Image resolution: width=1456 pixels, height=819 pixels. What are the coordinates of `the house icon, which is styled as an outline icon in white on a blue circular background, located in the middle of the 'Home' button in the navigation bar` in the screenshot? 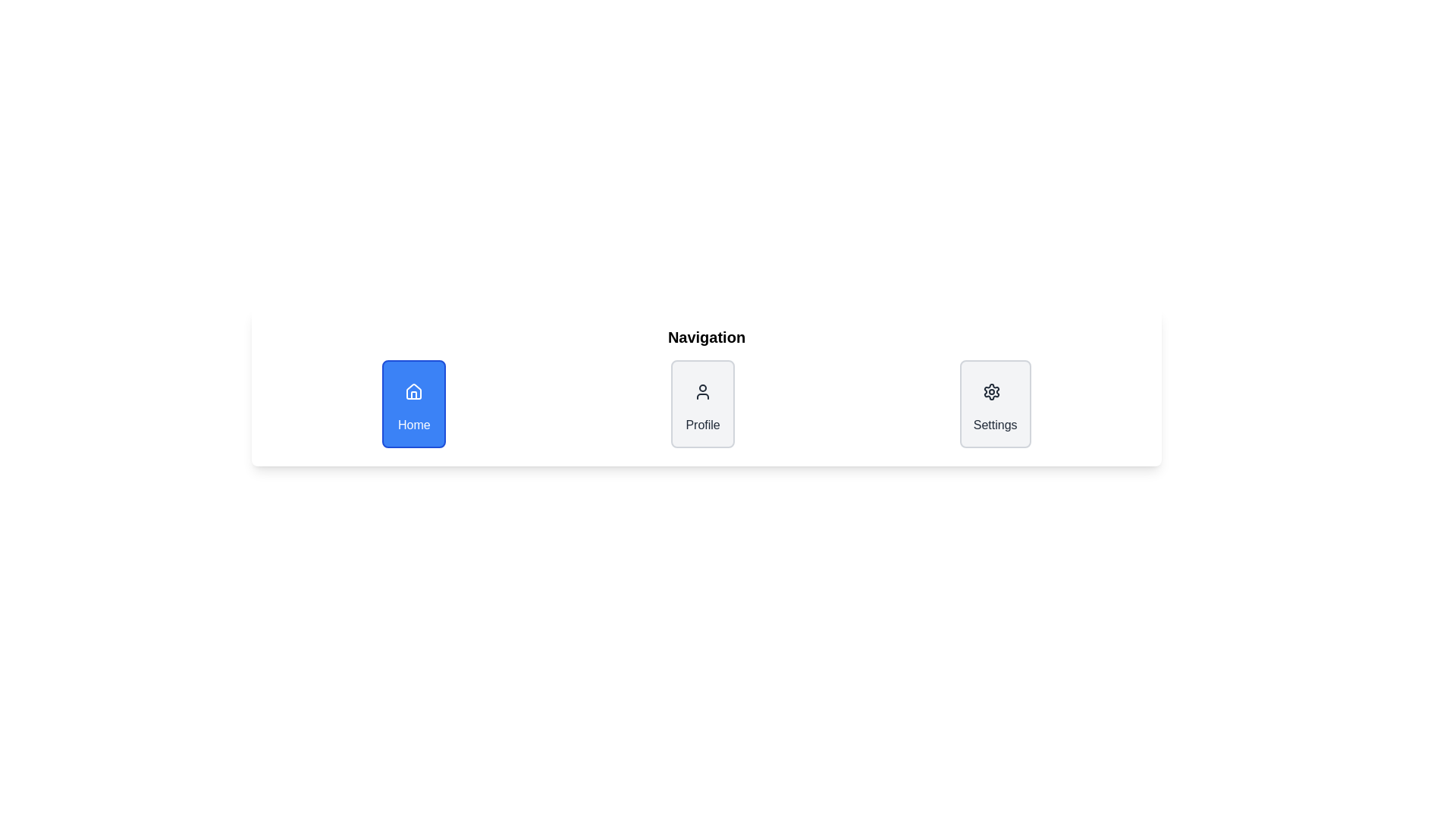 It's located at (414, 391).